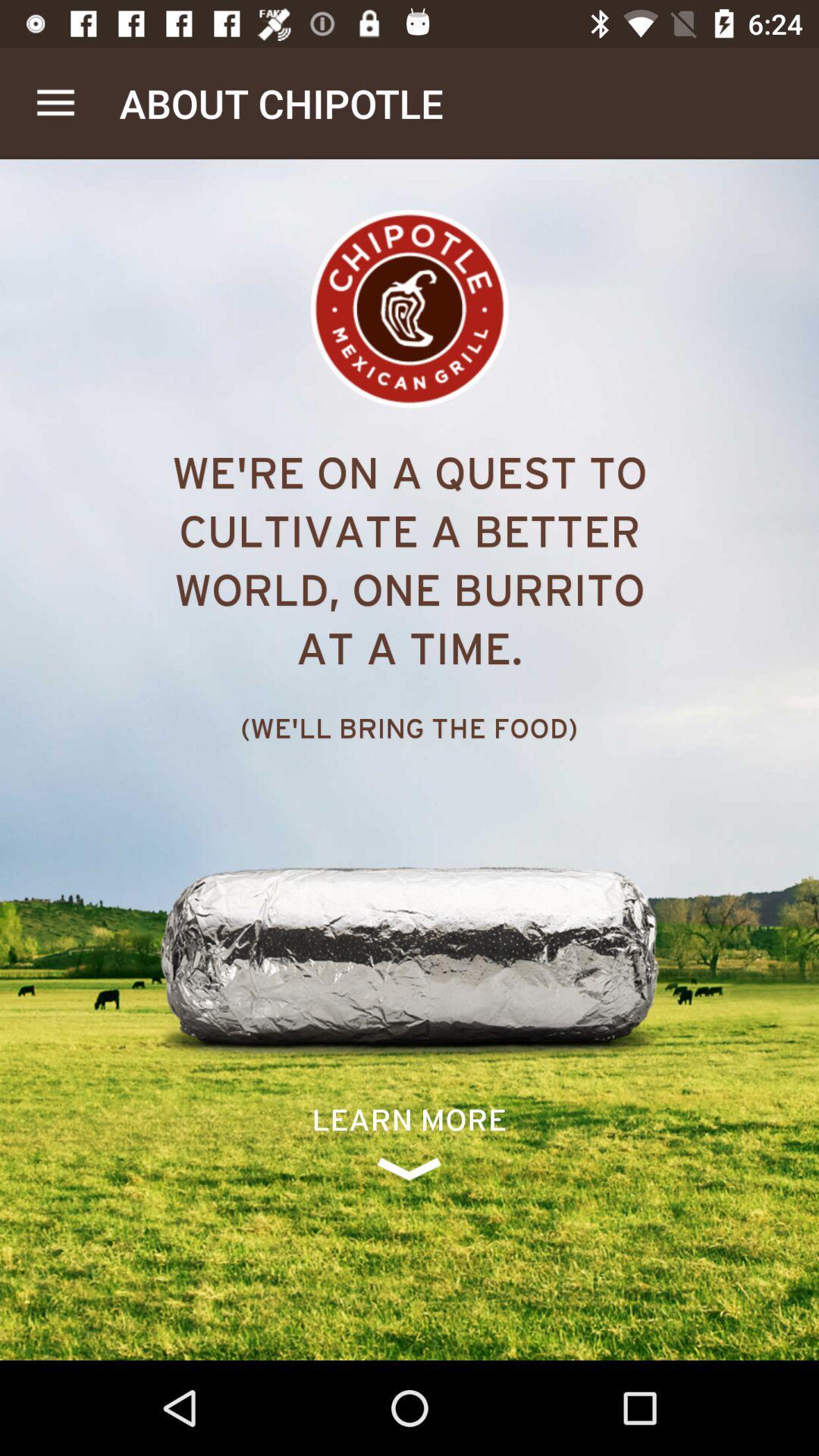 The height and width of the screenshot is (1456, 819). I want to click on the app next to the about chipotle item, so click(55, 102).